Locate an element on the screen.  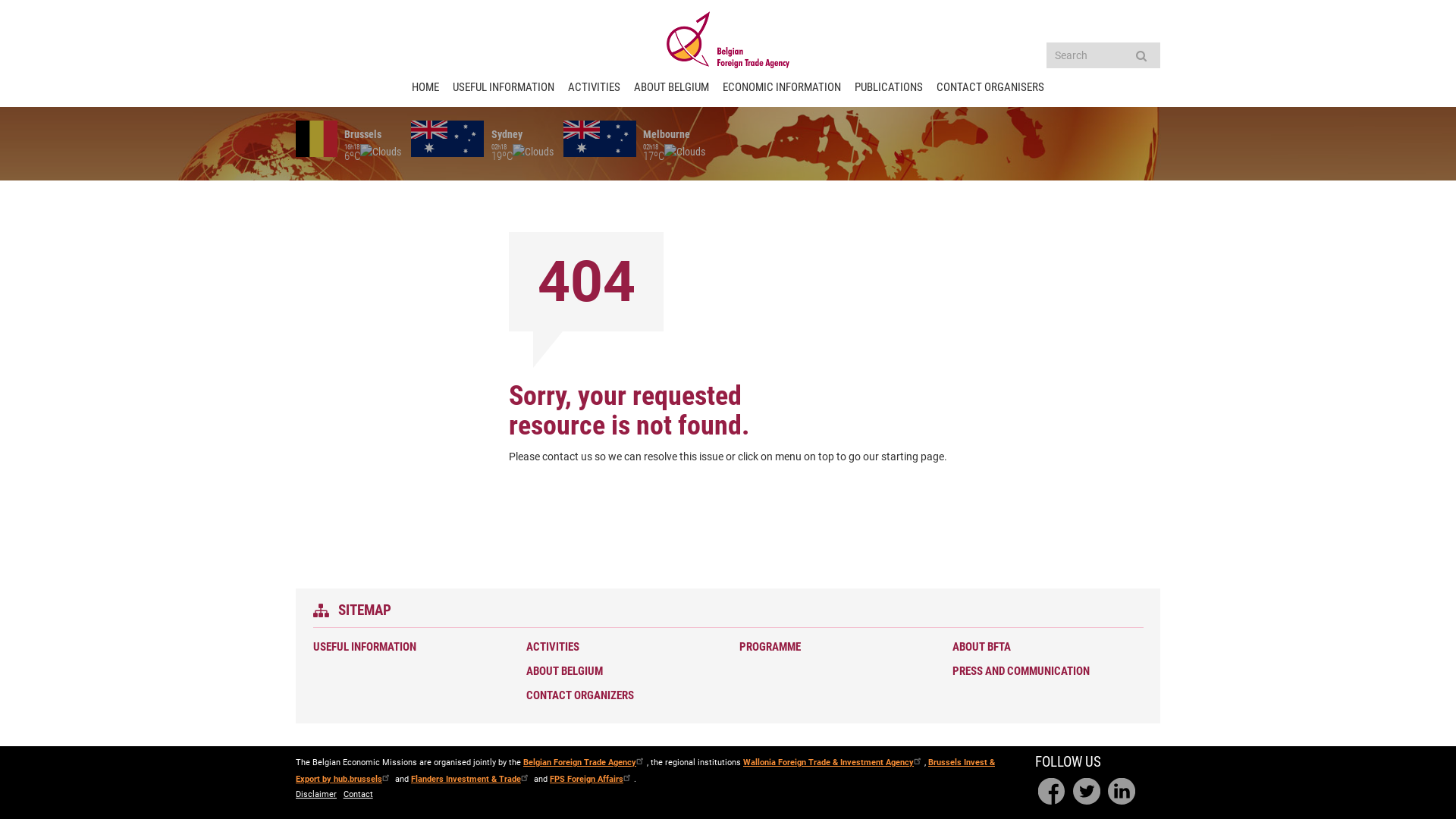
'PROGRAMME' is located at coordinates (831, 647).